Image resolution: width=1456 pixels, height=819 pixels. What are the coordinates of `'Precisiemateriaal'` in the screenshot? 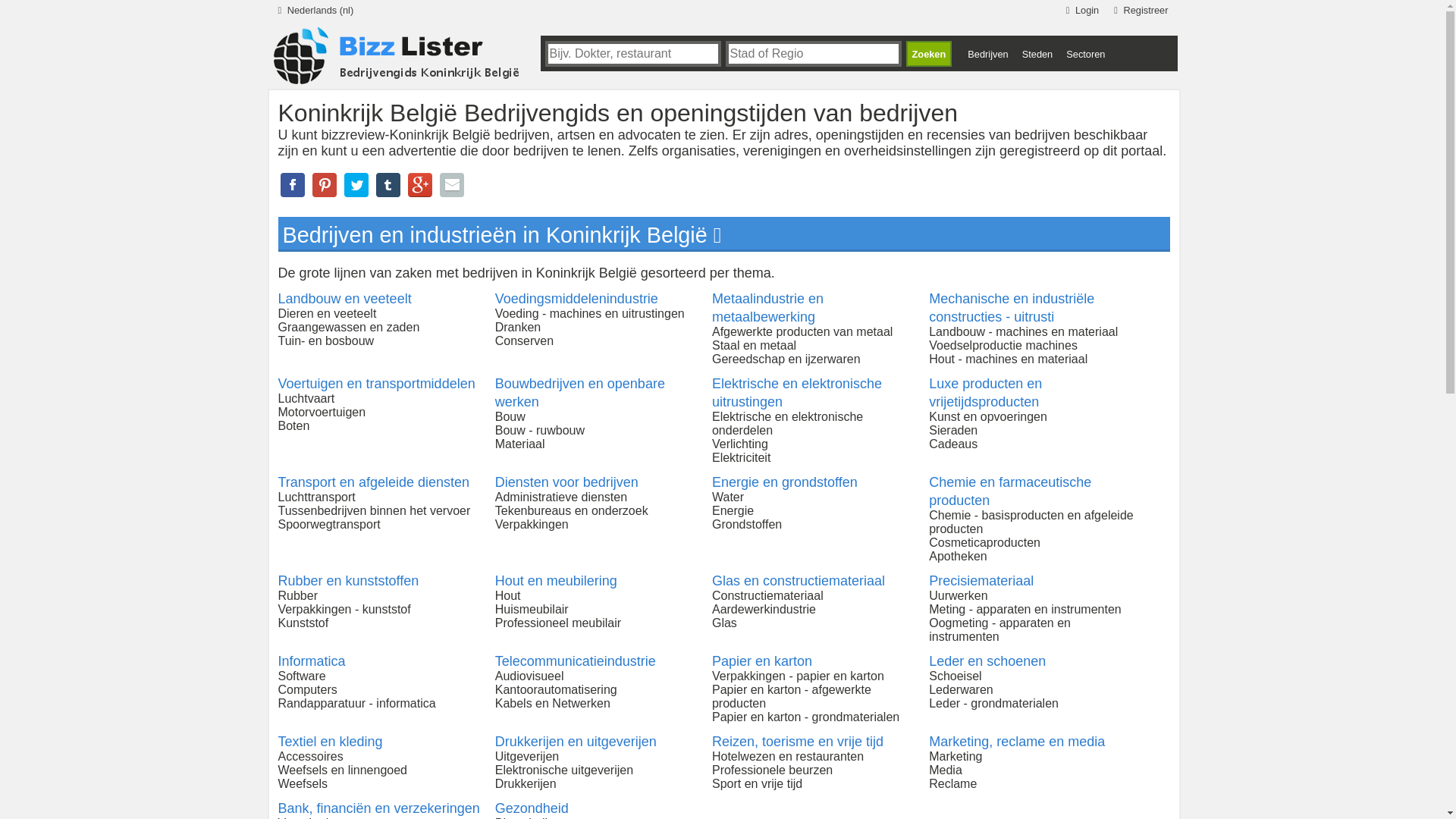 It's located at (981, 580).